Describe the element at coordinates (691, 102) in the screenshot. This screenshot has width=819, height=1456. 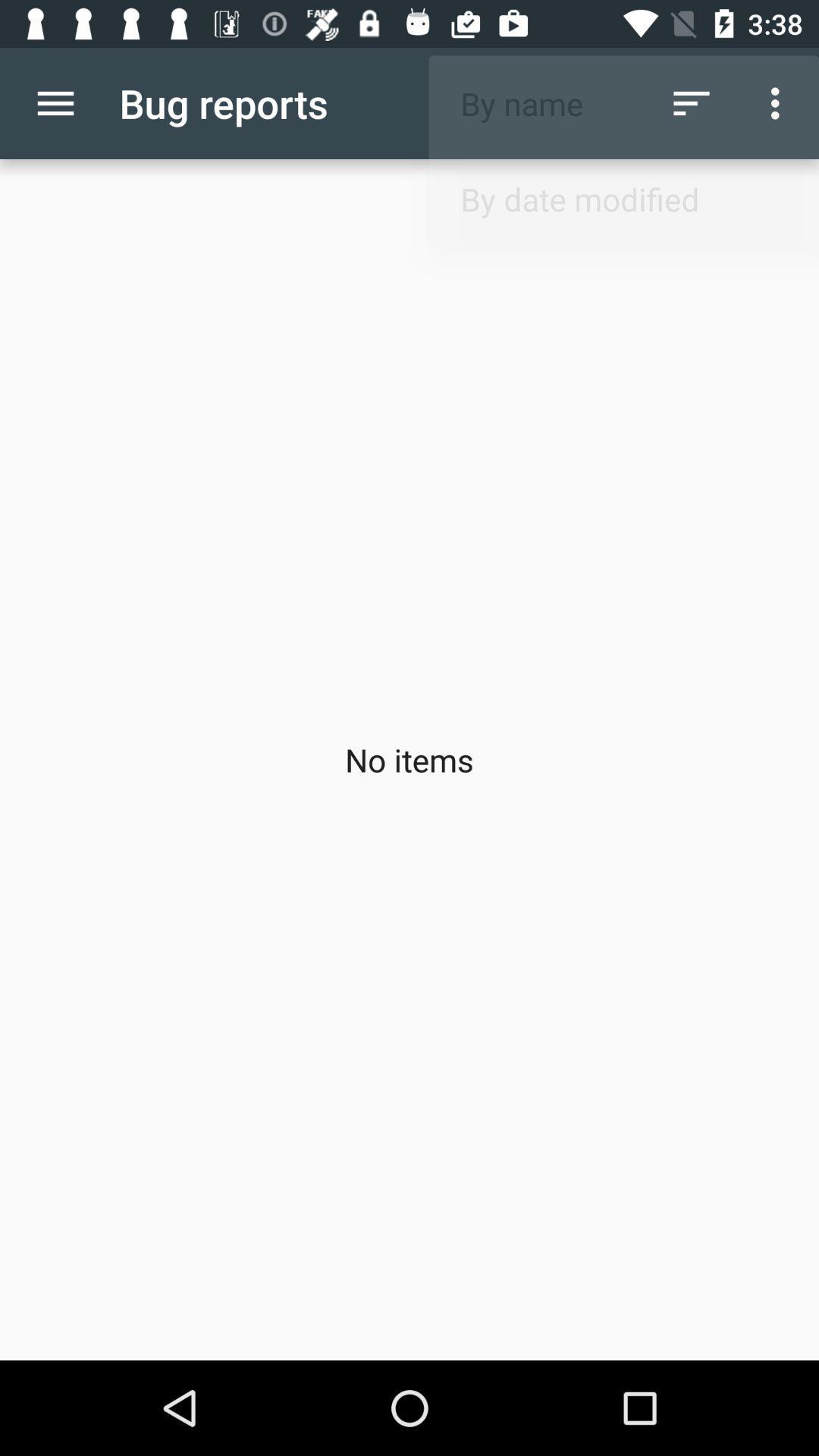
I see `app to the right of the bug reports` at that location.